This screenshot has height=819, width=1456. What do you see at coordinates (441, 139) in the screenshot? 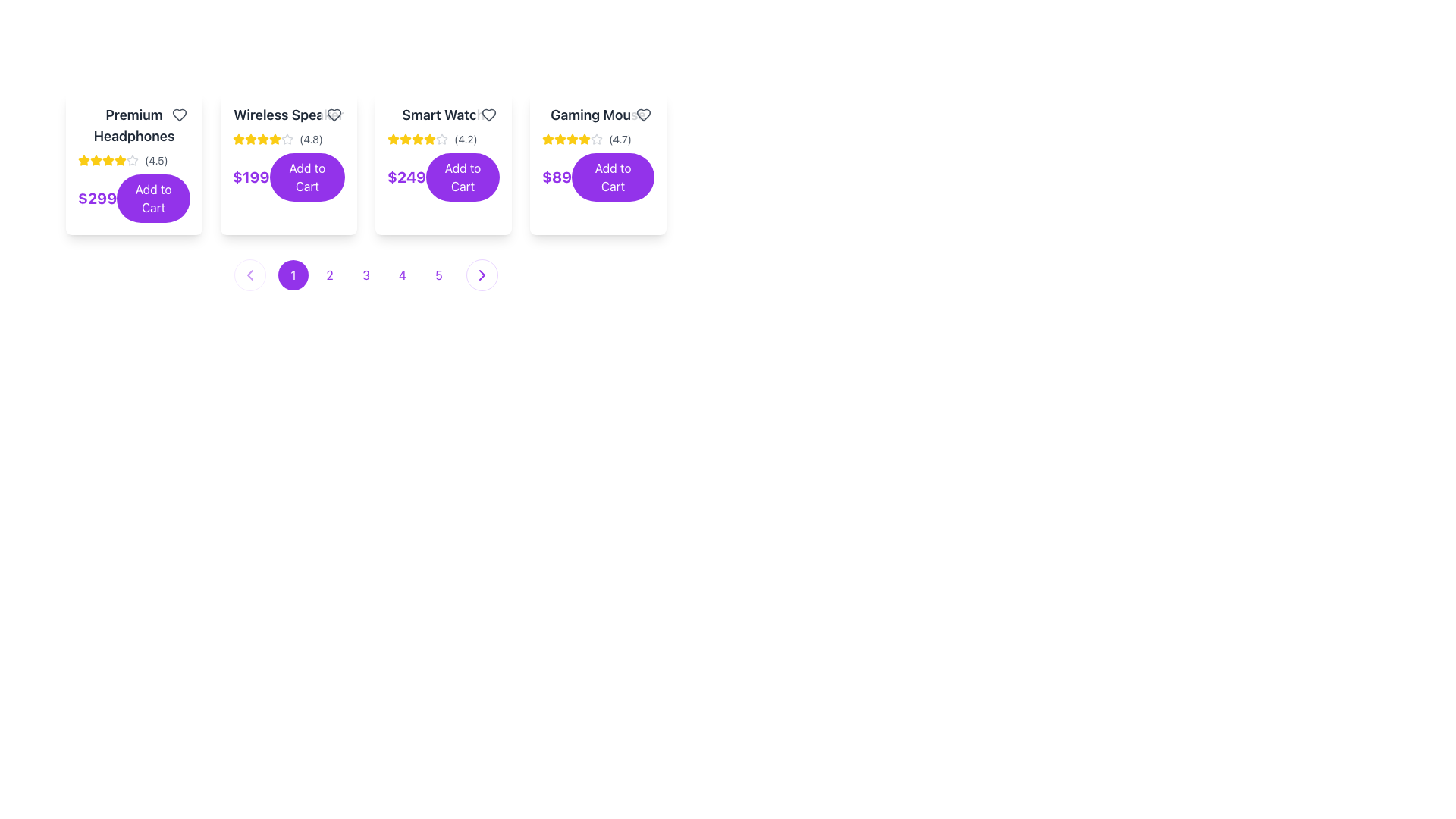
I see `the star icon outlined in gray, which is the third star in the rating display for the 'Smart Watch' card in the product section` at bounding box center [441, 139].